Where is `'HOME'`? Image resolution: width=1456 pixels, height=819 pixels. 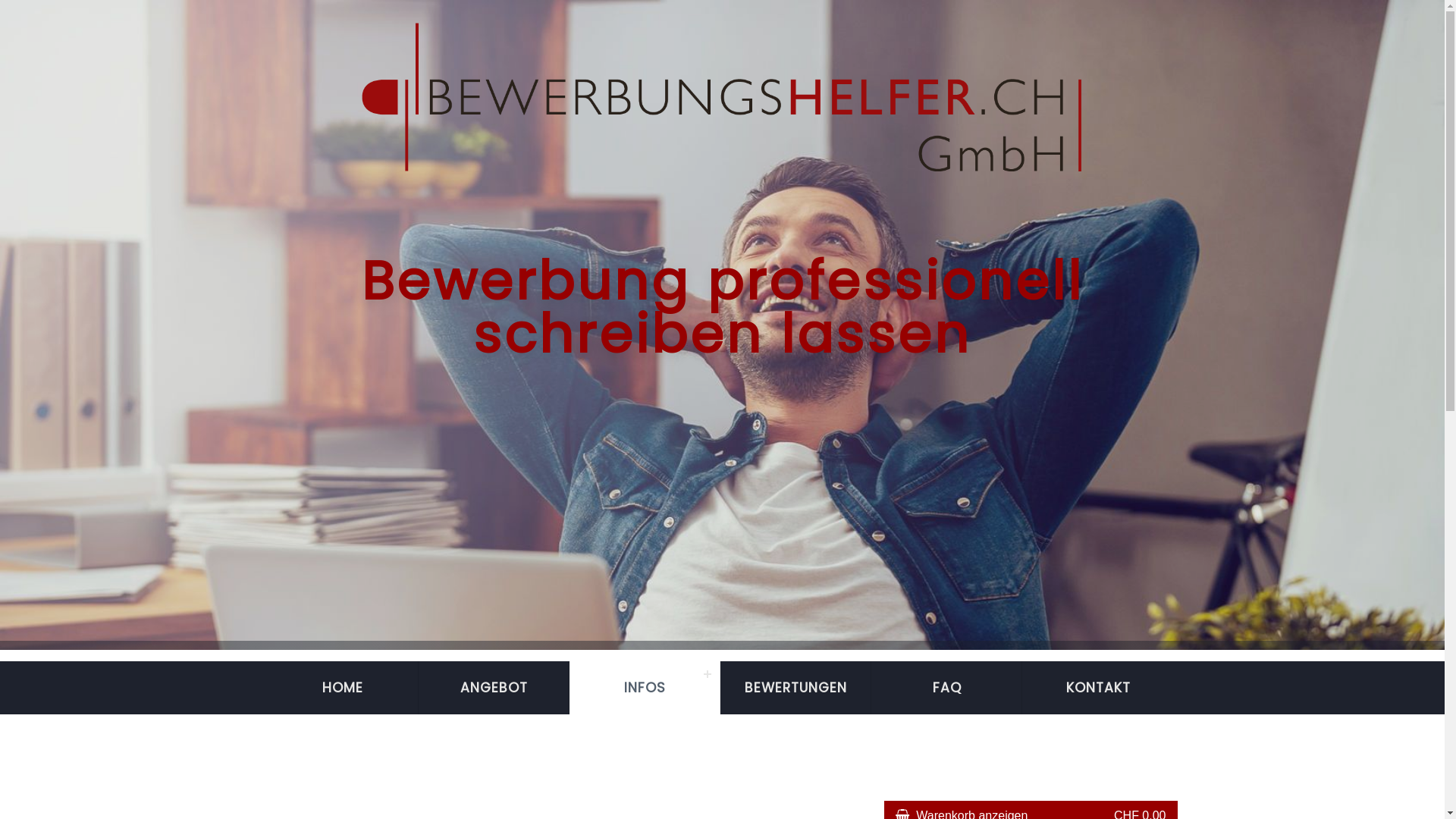
'HOME' is located at coordinates (341, 687).